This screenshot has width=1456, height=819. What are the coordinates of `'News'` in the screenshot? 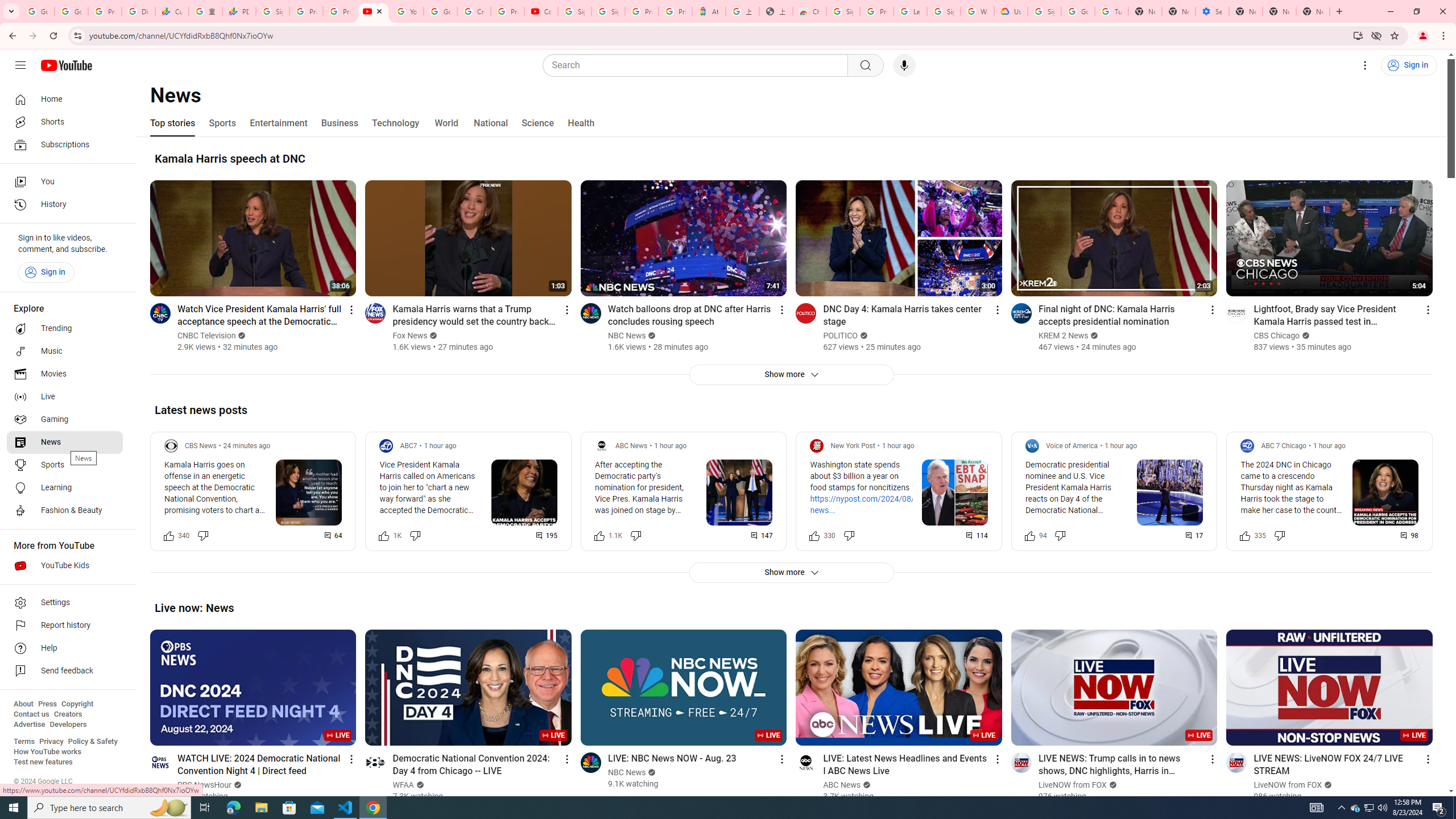 It's located at (64, 442).